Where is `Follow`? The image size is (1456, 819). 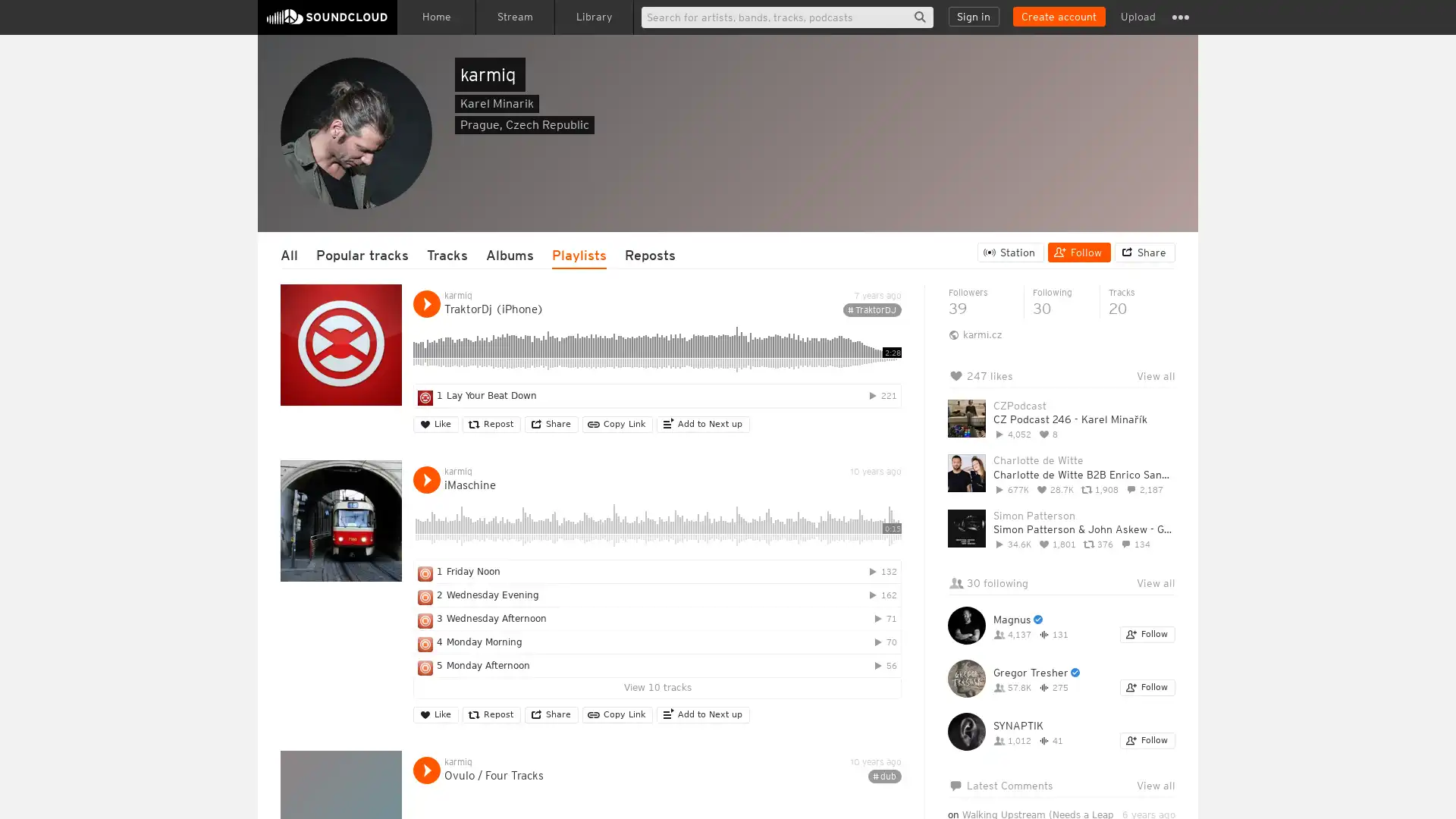
Follow is located at coordinates (1147, 687).